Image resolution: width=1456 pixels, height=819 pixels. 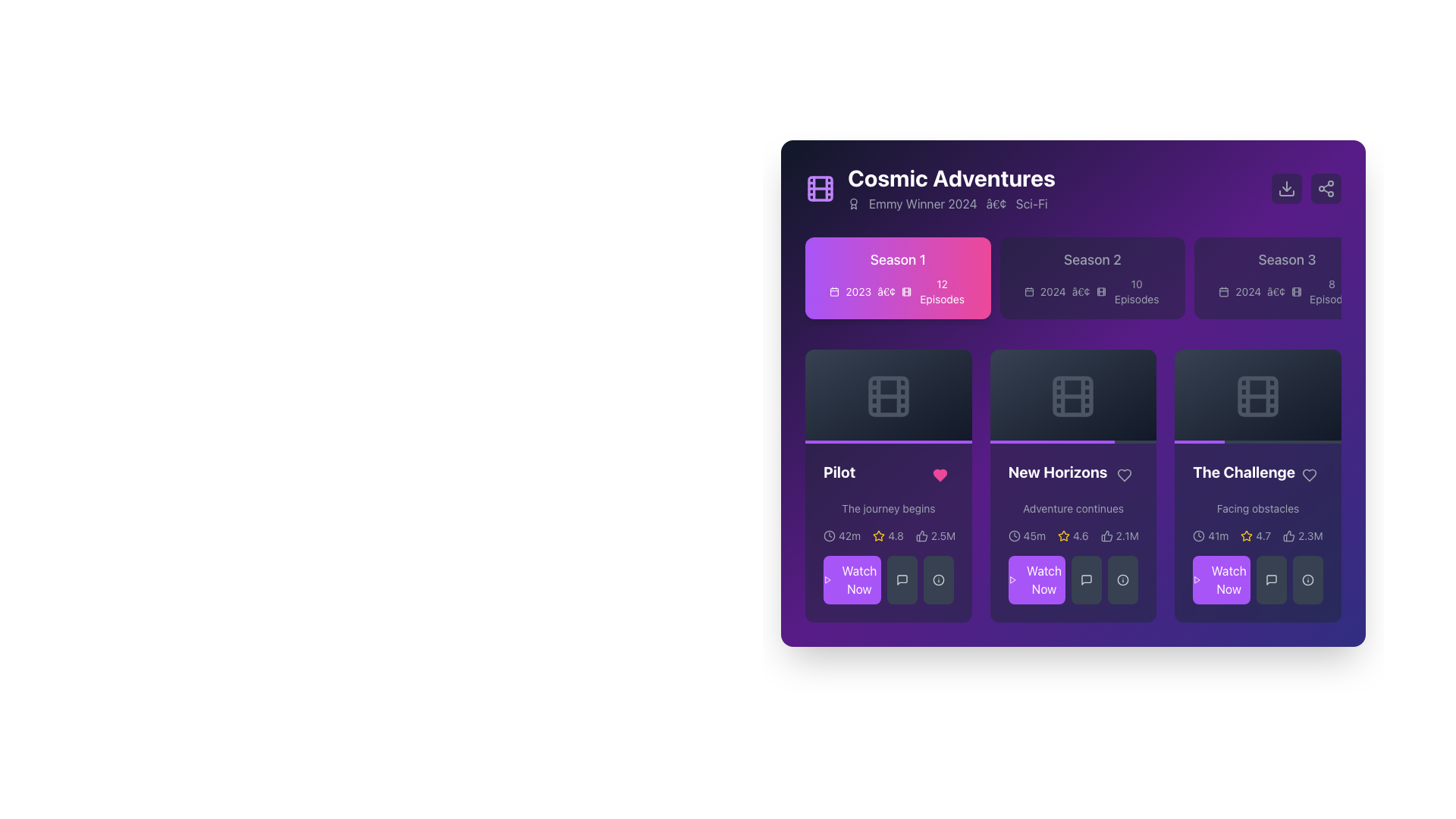 I want to click on the small chat bubble icon, which is the second button in a row of three buttons beneath the 'Pilot' card, so click(x=902, y=579).